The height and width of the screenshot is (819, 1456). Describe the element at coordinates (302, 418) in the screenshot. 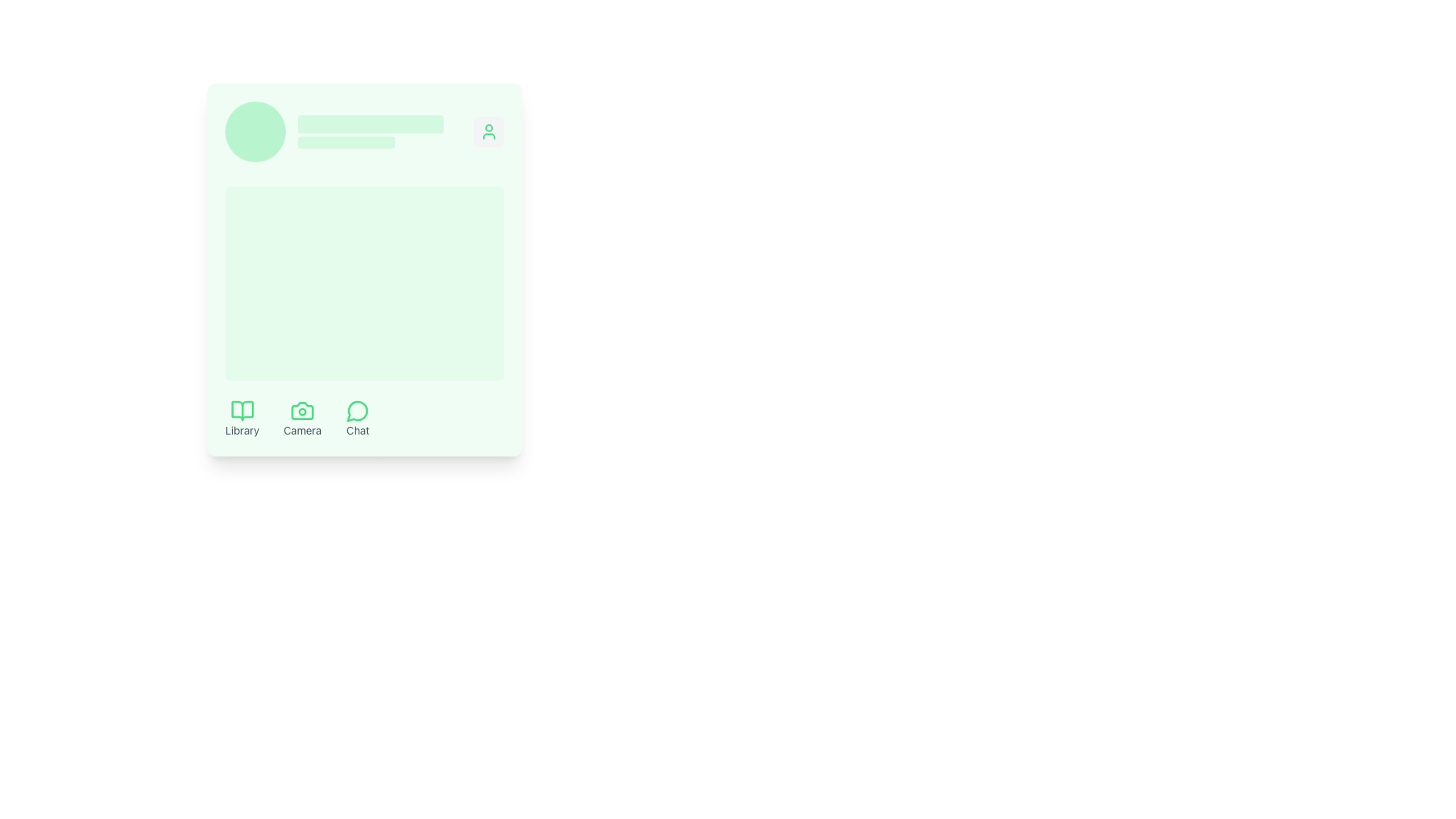

I see `the green camera icon button labeled 'Camera'` at that location.